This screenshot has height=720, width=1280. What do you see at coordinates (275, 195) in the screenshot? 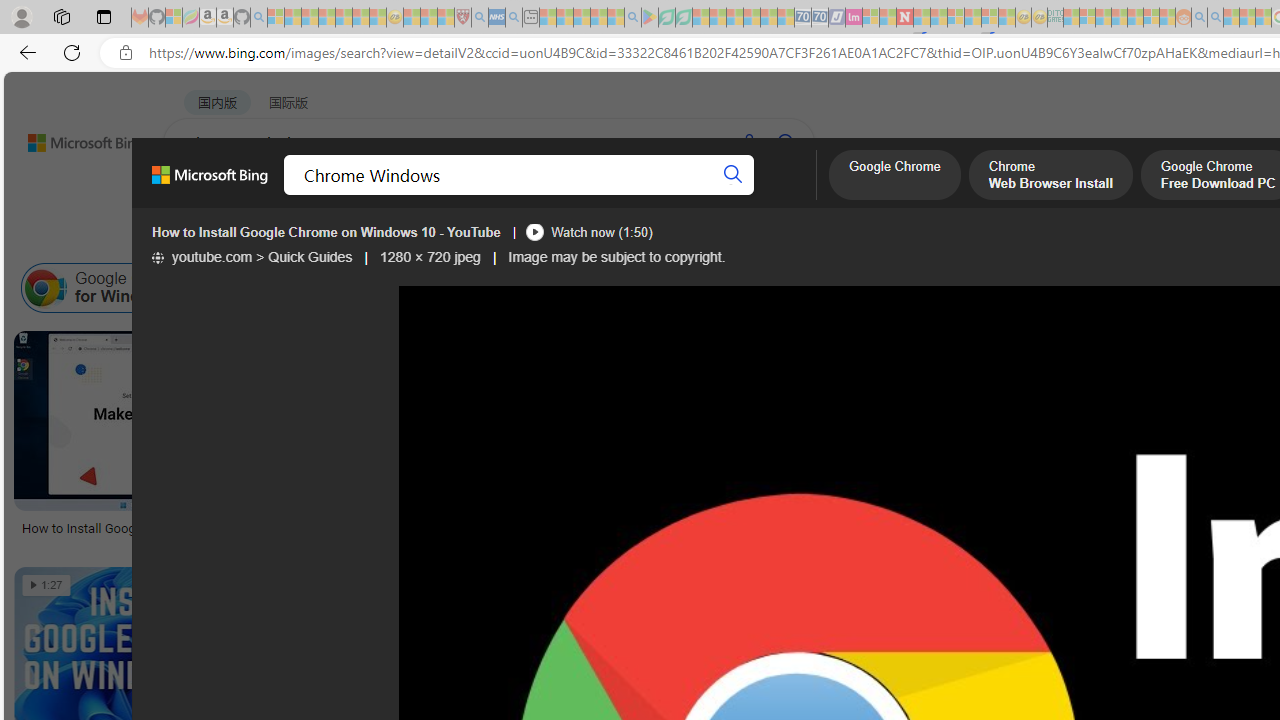
I see `'MY BING'` at bounding box center [275, 195].